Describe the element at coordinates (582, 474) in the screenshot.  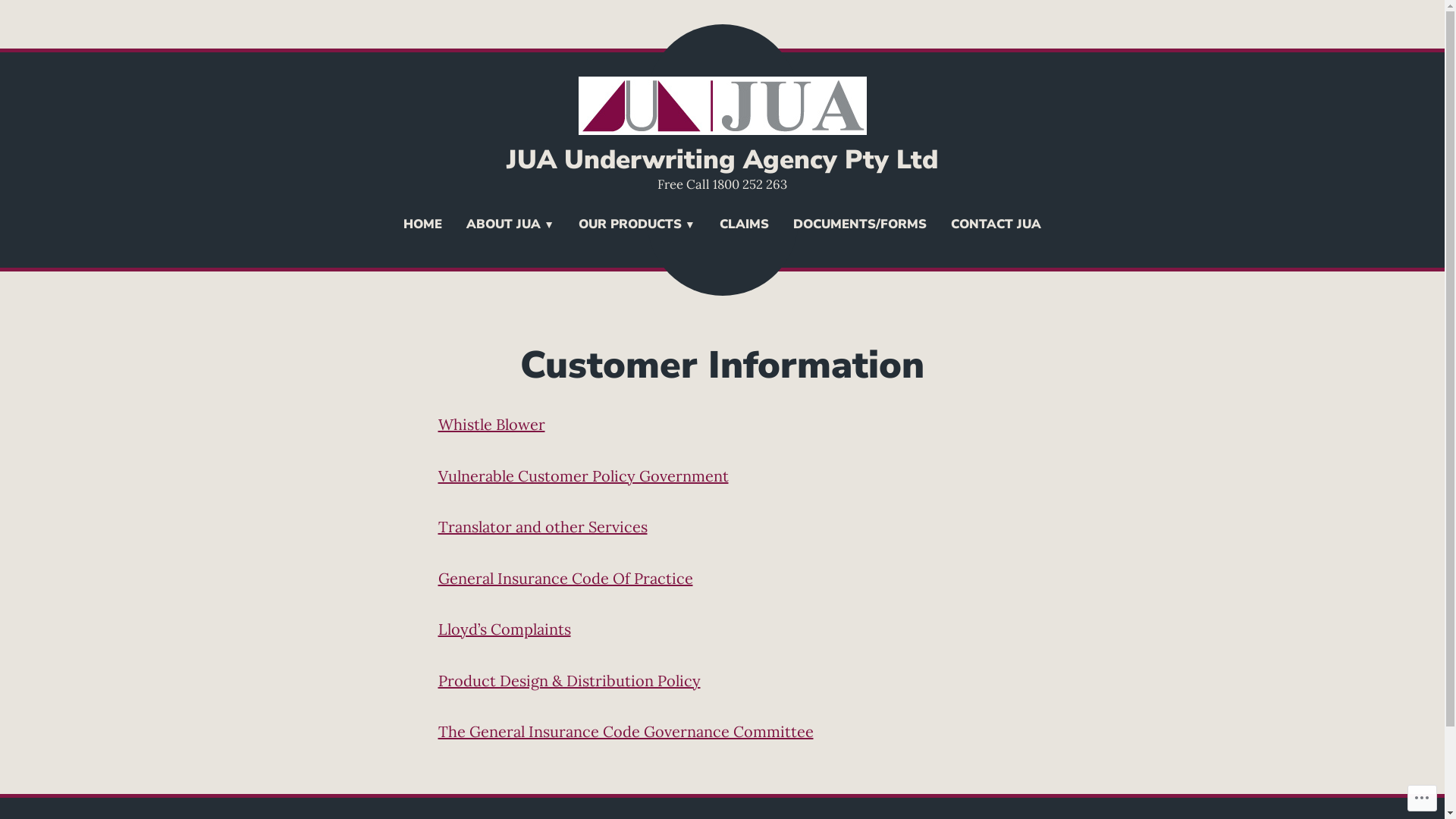
I see `'Vulnerable Customer Policy Government'` at that location.